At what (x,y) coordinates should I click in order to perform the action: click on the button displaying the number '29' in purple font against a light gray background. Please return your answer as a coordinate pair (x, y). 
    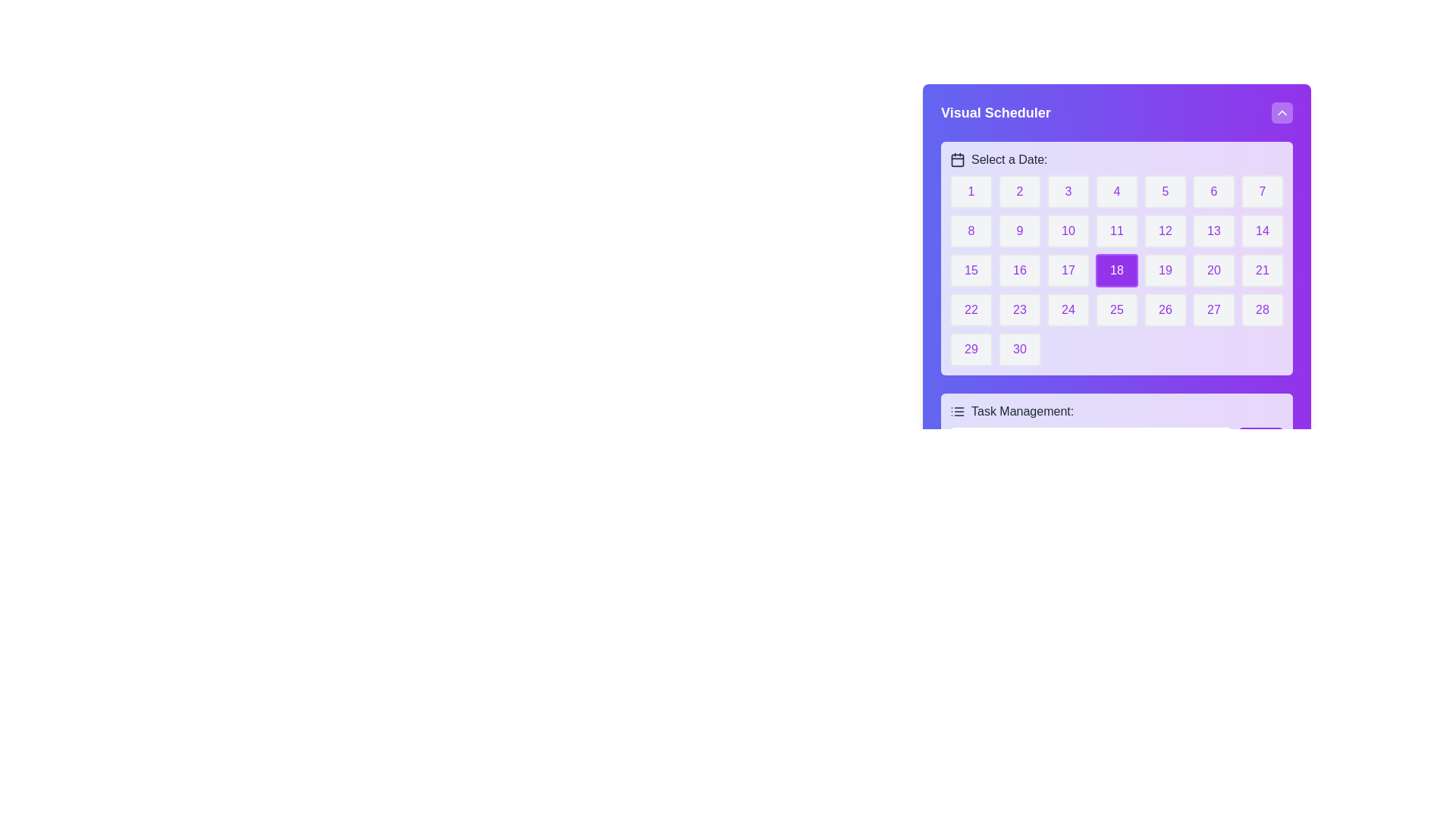
    Looking at the image, I should click on (971, 350).